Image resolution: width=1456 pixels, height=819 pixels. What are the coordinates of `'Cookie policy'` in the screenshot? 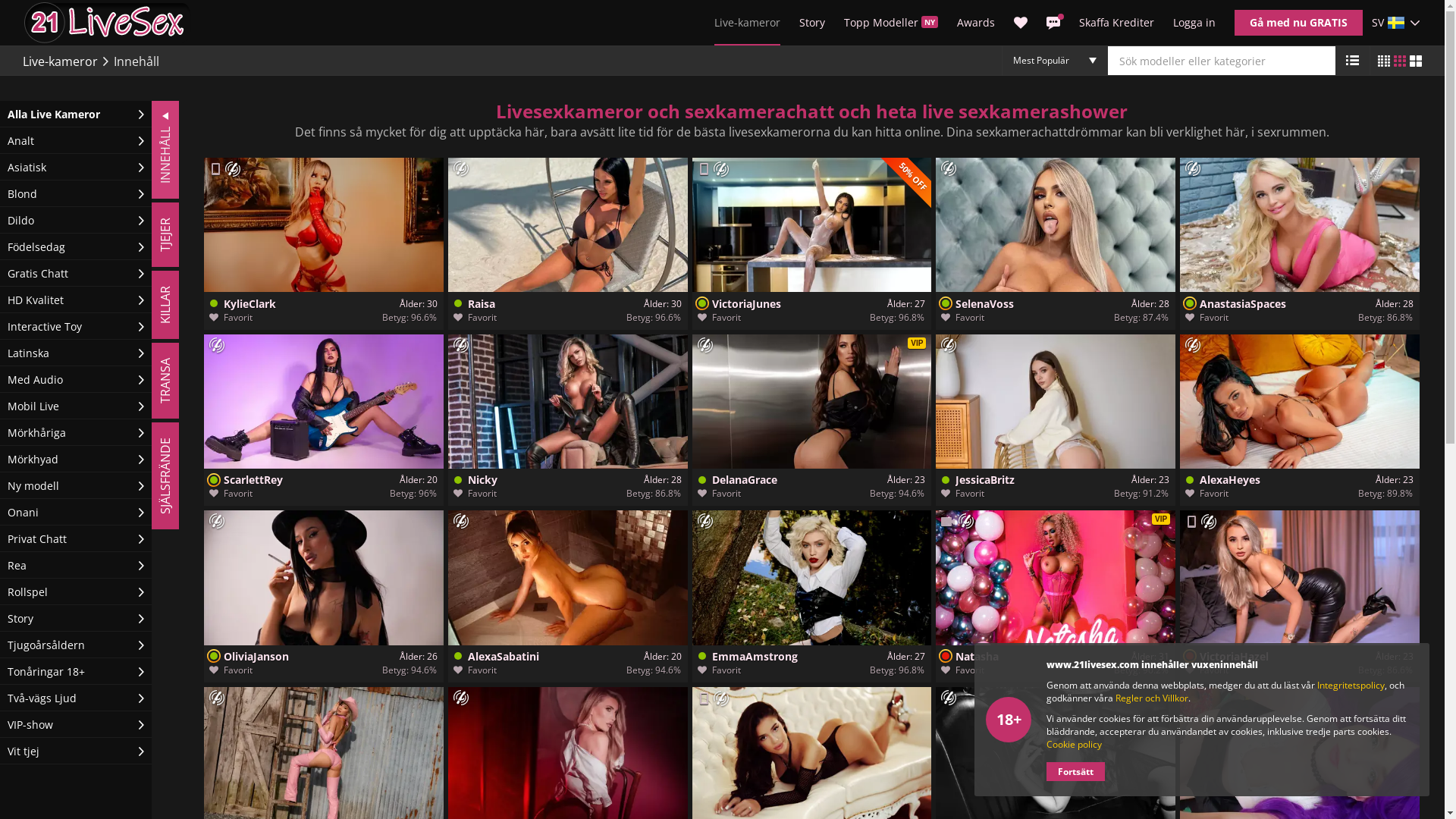 It's located at (1046, 743).